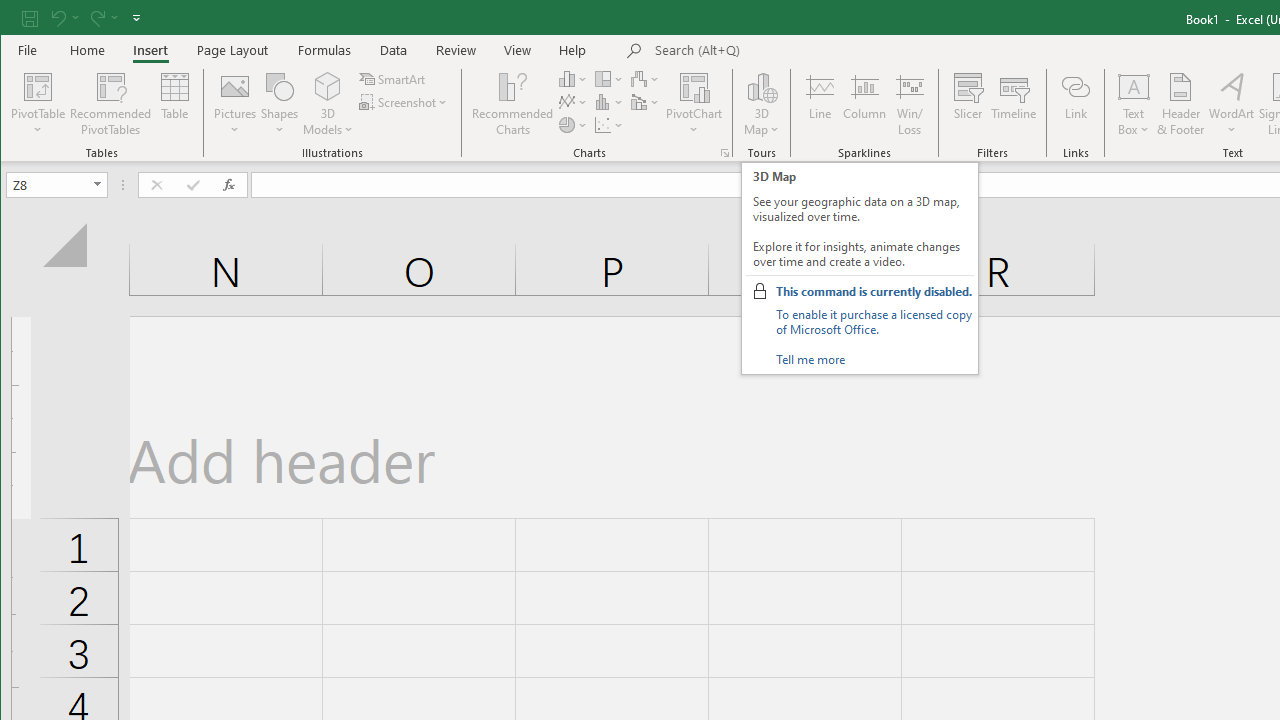  I want to click on 'WordArt', so click(1231, 104).